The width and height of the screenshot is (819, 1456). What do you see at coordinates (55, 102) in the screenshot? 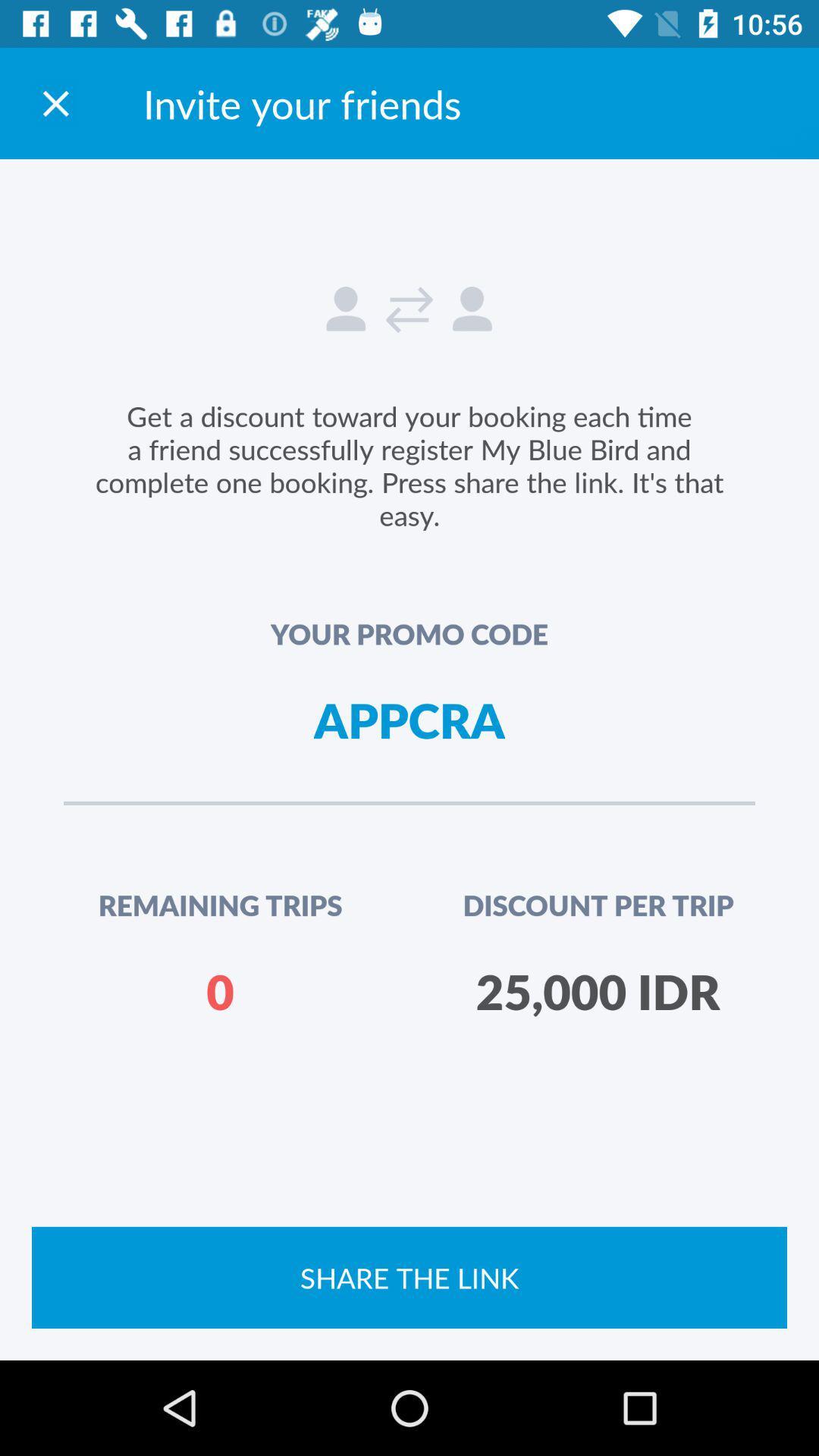
I see `the tab` at bounding box center [55, 102].